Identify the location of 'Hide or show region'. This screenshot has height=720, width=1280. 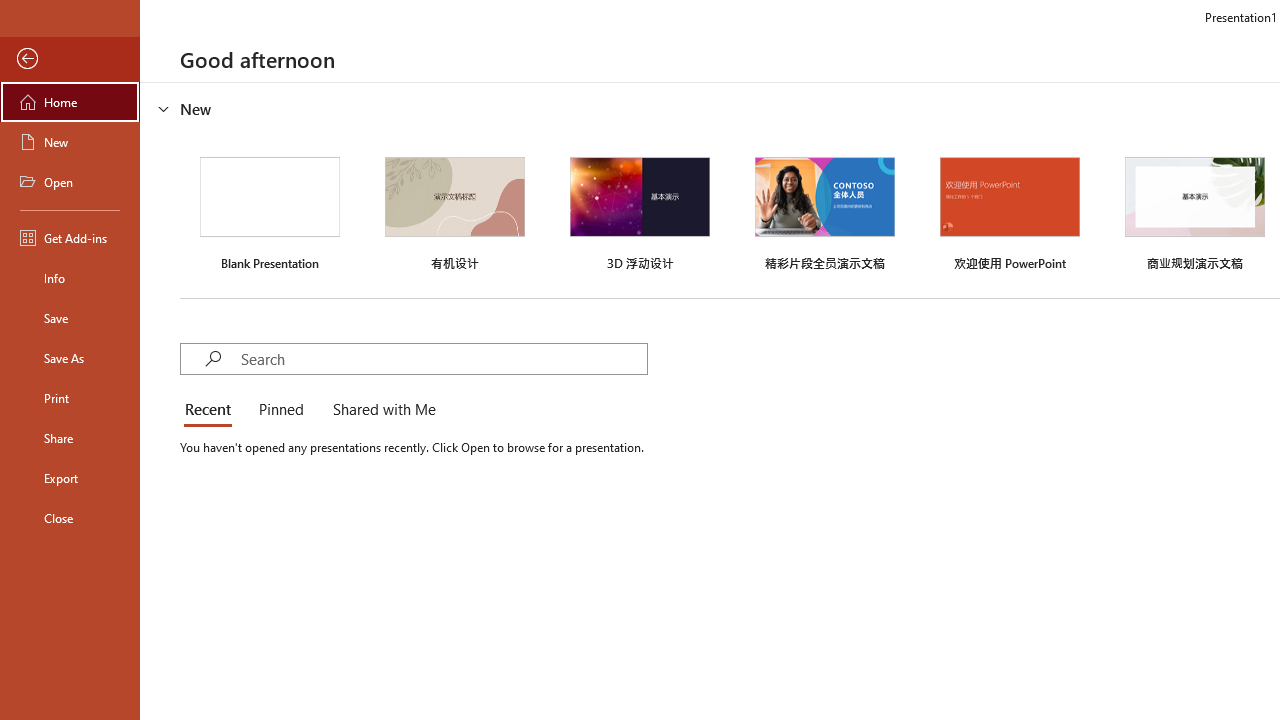
(164, 109).